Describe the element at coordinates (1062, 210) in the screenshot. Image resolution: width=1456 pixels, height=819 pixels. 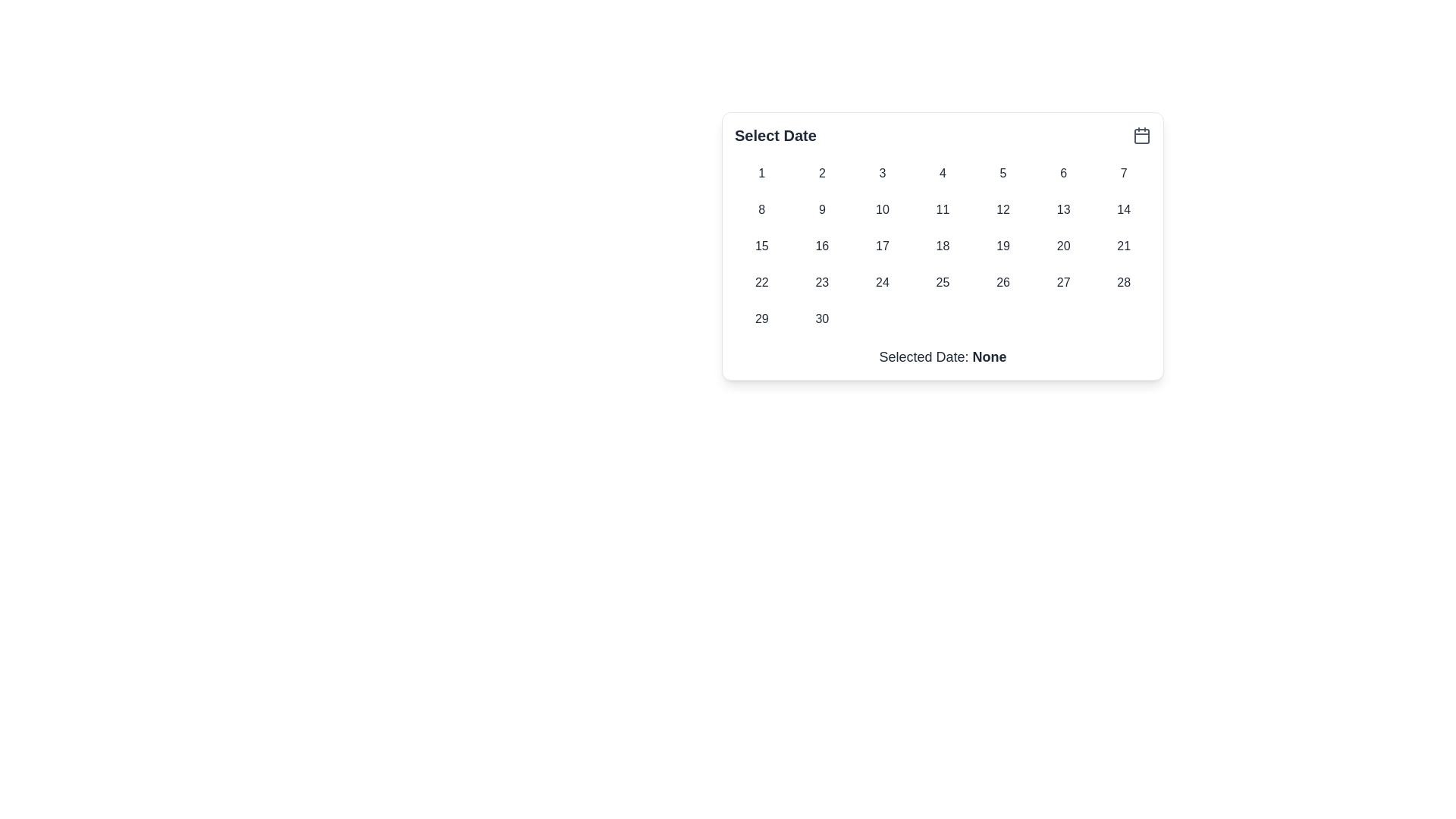
I see `the rounded rectangular button displaying the text '13'` at that location.